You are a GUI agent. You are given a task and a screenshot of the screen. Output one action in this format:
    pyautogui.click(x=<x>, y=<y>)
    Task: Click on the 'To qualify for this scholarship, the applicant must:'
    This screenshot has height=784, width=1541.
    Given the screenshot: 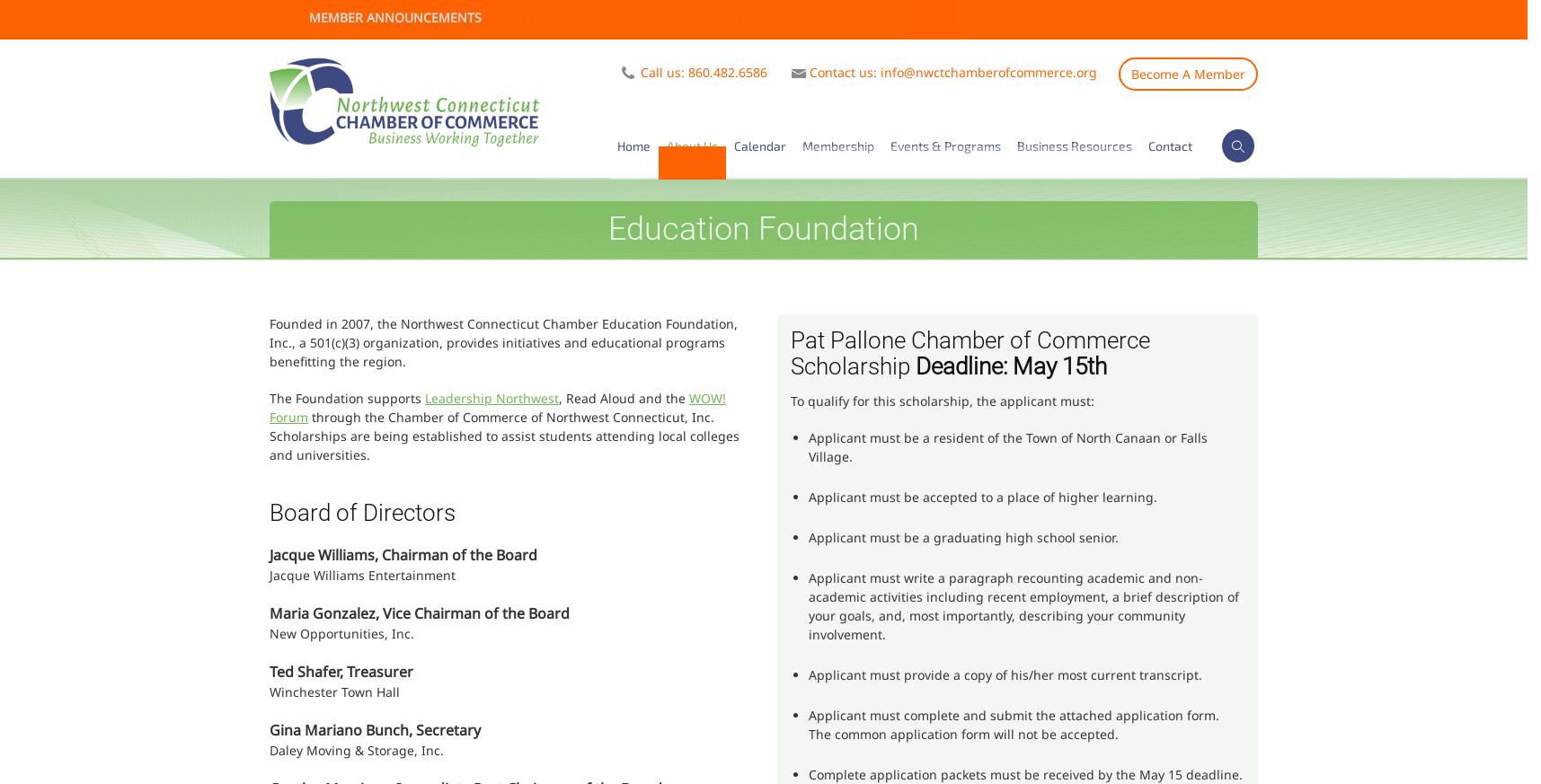 What is the action you would take?
    pyautogui.click(x=942, y=401)
    